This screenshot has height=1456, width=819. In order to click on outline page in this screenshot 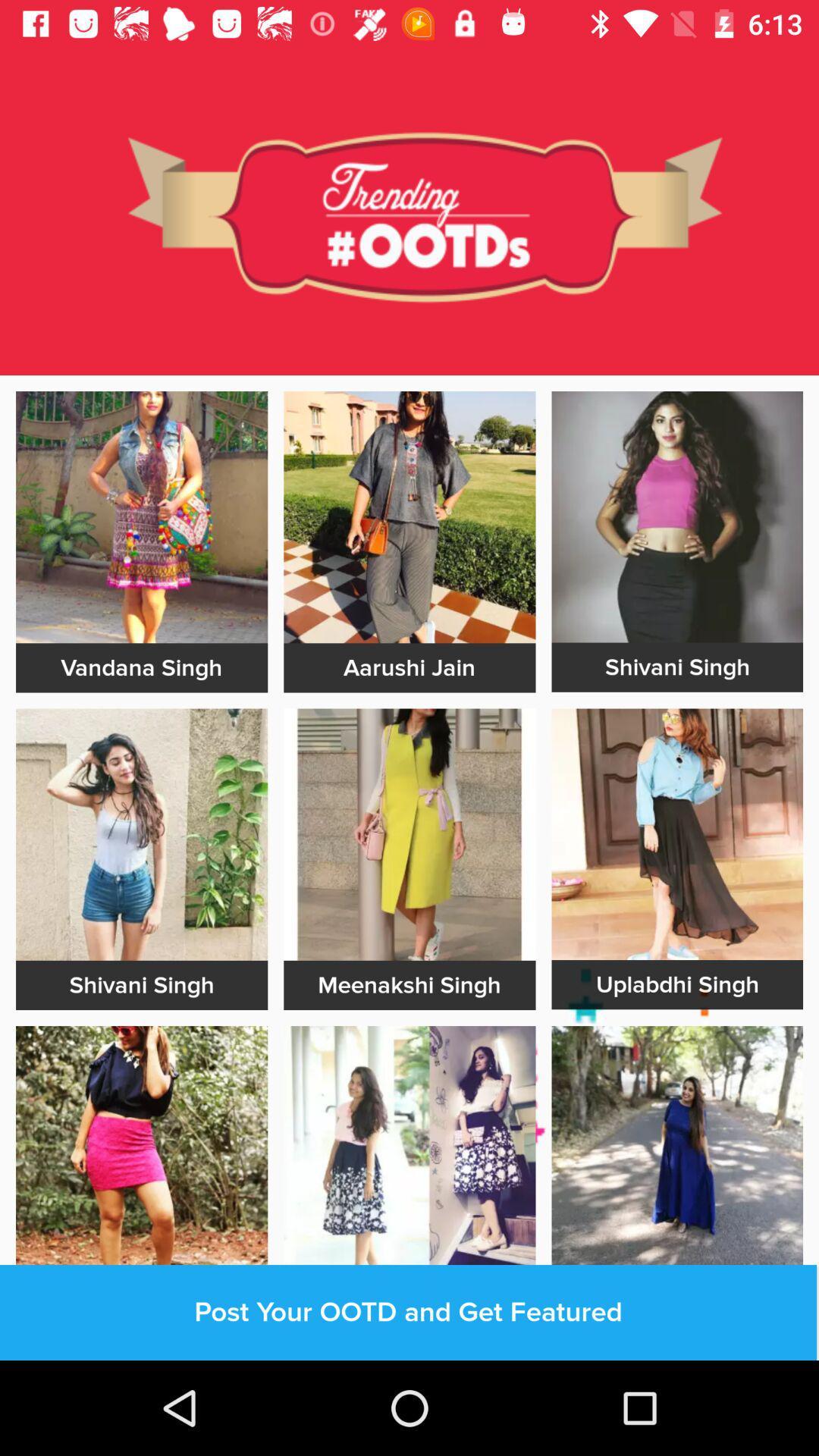, I will do `click(142, 1351)`.